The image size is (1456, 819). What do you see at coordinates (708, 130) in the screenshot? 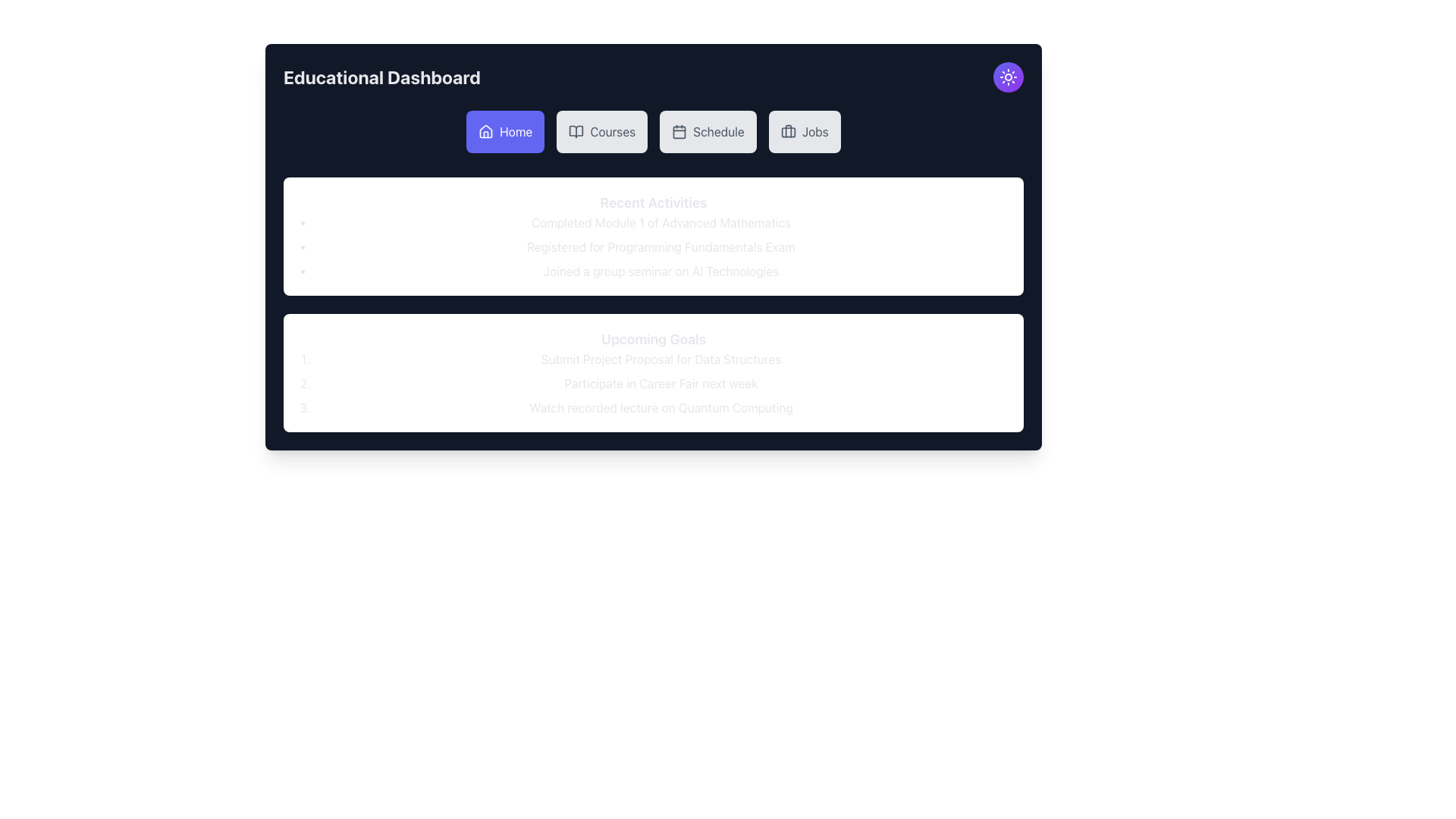
I see `the schedule navigation button, which is the third button in a group of four buttons` at bounding box center [708, 130].